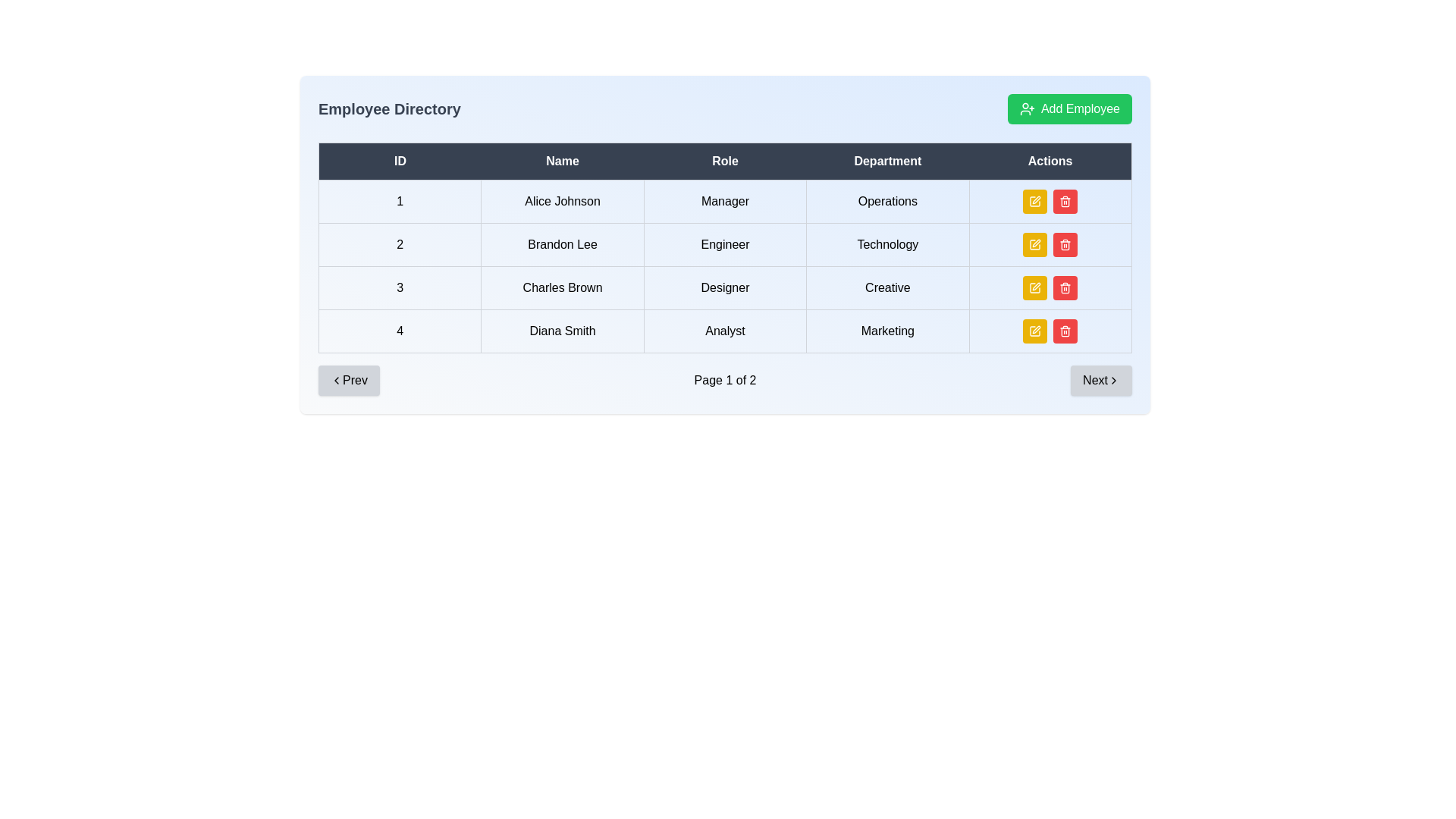  What do you see at coordinates (1034, 288) in the screenshot?
I see `the edit icon button` at bounding box center [1034, 288].